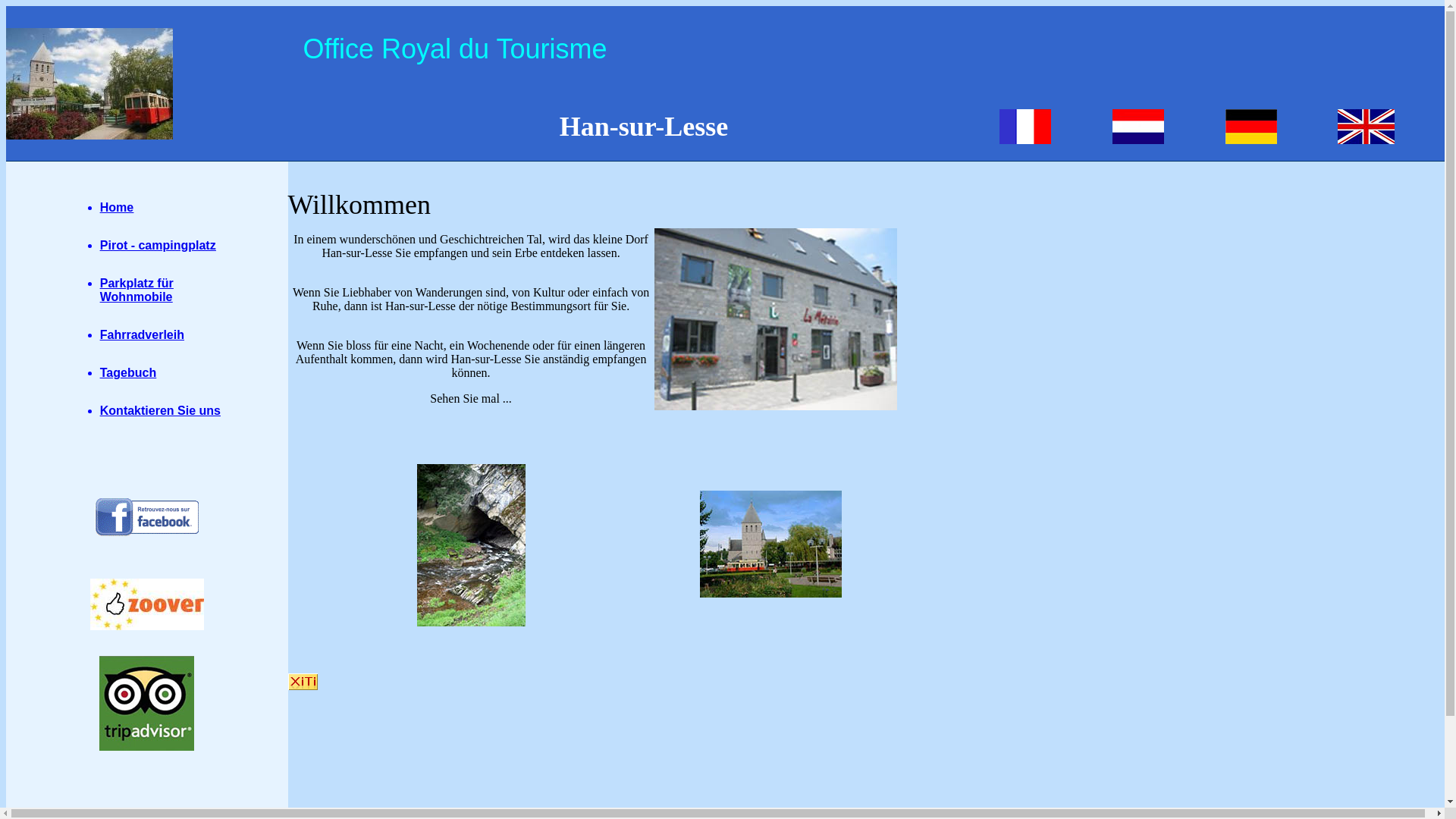 This screenshot has width=1456, height=819. Describe the element at coordinates (287, 687) in the screenshot. I see `'WebAnalytics'` at that location.